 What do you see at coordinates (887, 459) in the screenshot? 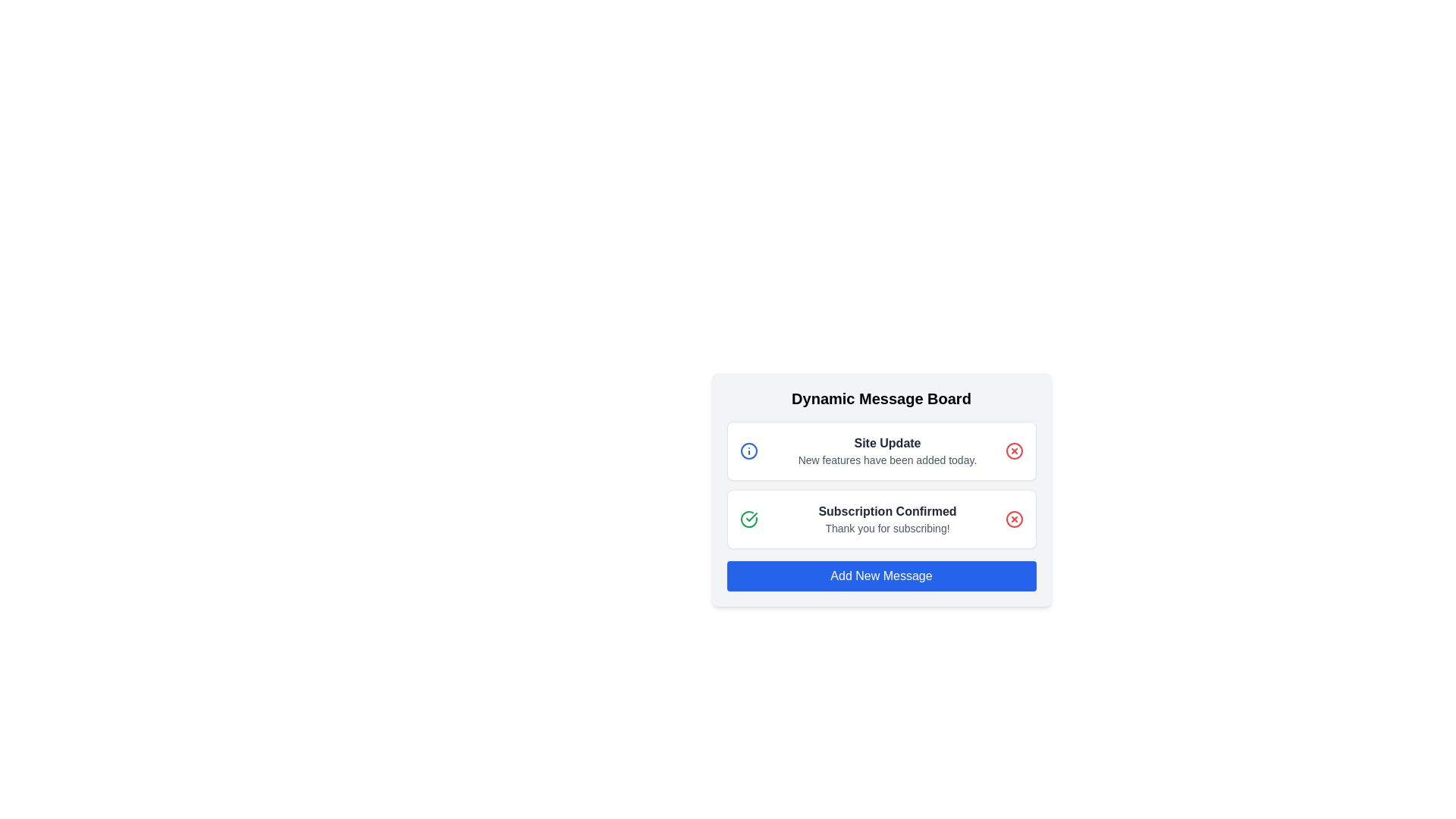
I see `text label that contains the message 'New features have been added today.', which is styled in small gray font and positioned below the bold header 'Site Update'` at bounding box center [887, 459].